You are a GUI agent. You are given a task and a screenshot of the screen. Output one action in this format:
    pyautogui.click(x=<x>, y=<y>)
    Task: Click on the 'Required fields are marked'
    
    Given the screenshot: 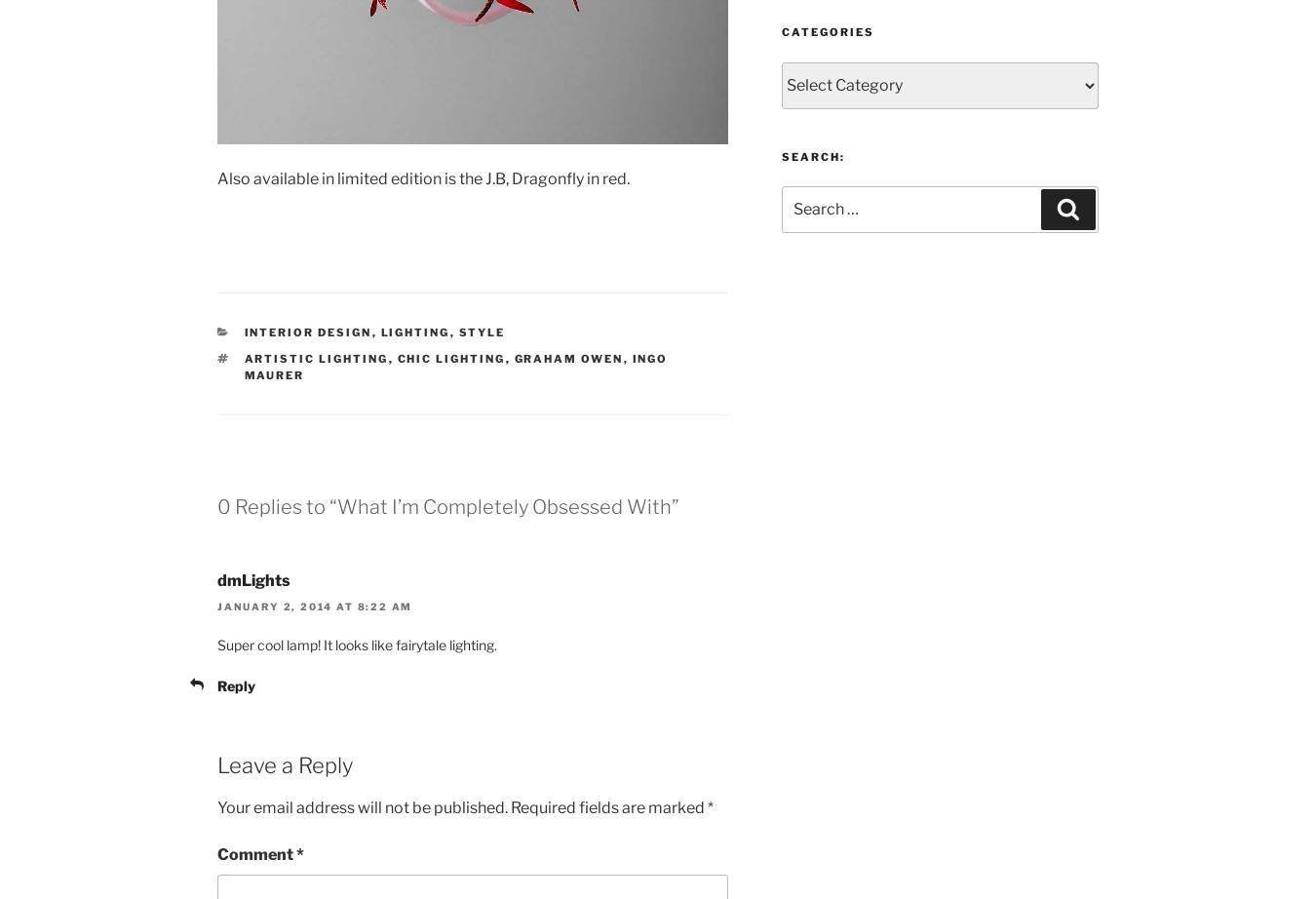 What is the action you would take?
    pyautogui.click(x=509, y=805)
    